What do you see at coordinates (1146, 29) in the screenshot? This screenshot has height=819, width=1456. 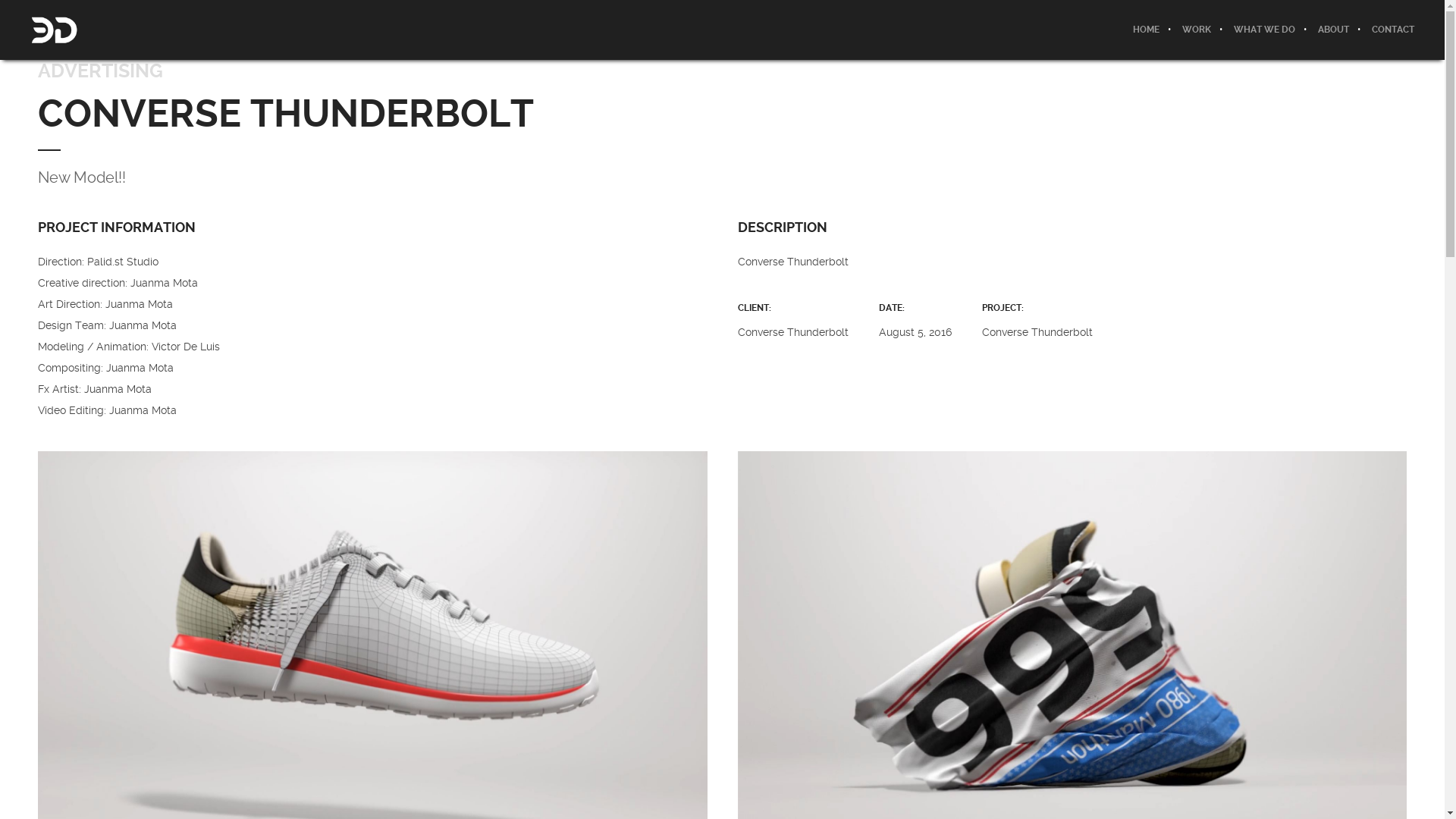 I see `'HOME'` at bounding box center [1146, 29].